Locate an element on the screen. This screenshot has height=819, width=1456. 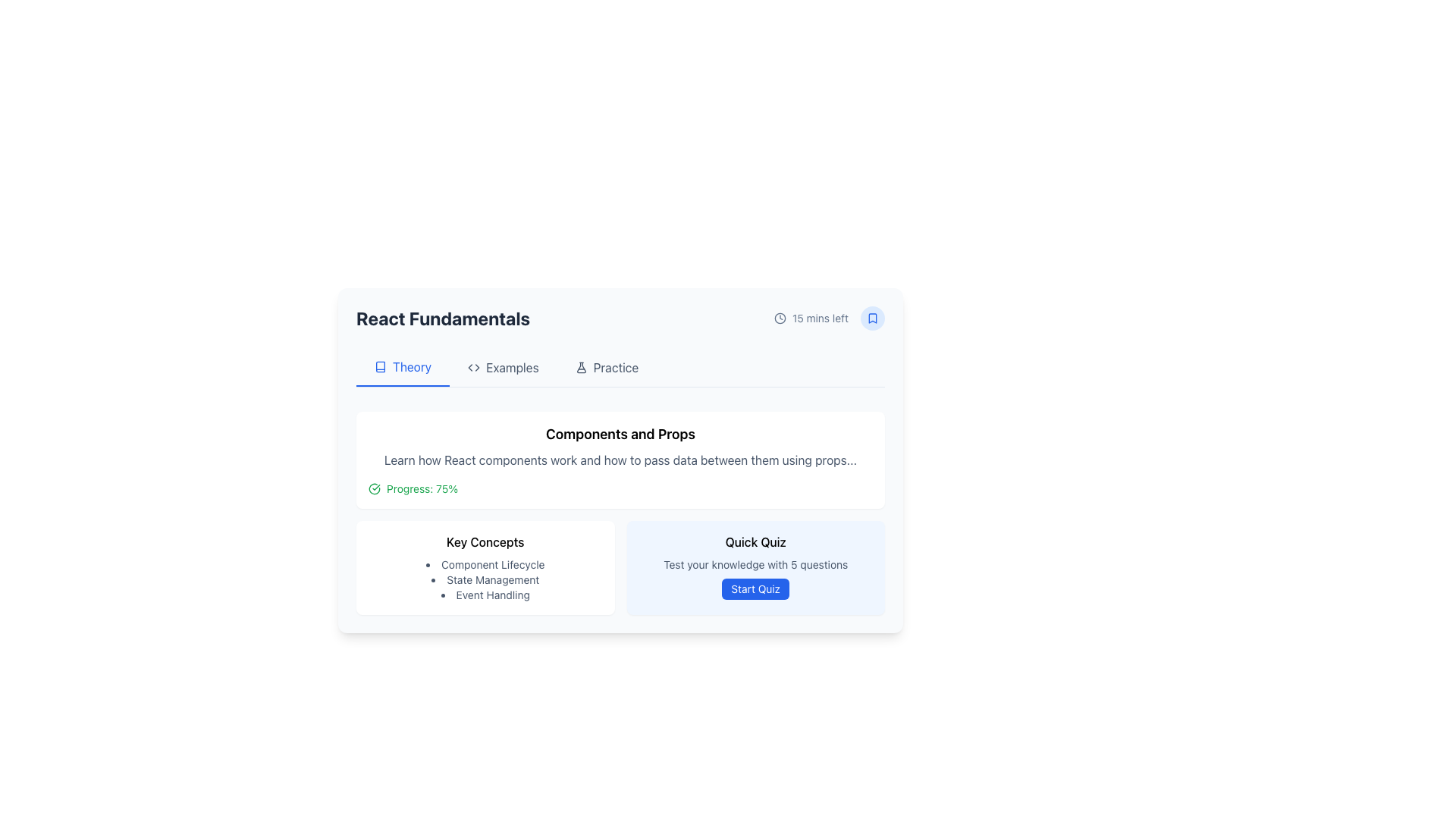
the static text label providing context about the quiz, located within the 'Quick Quiz' section, directly above the 'Start Quiz' button is located at coordinates (755, 564).